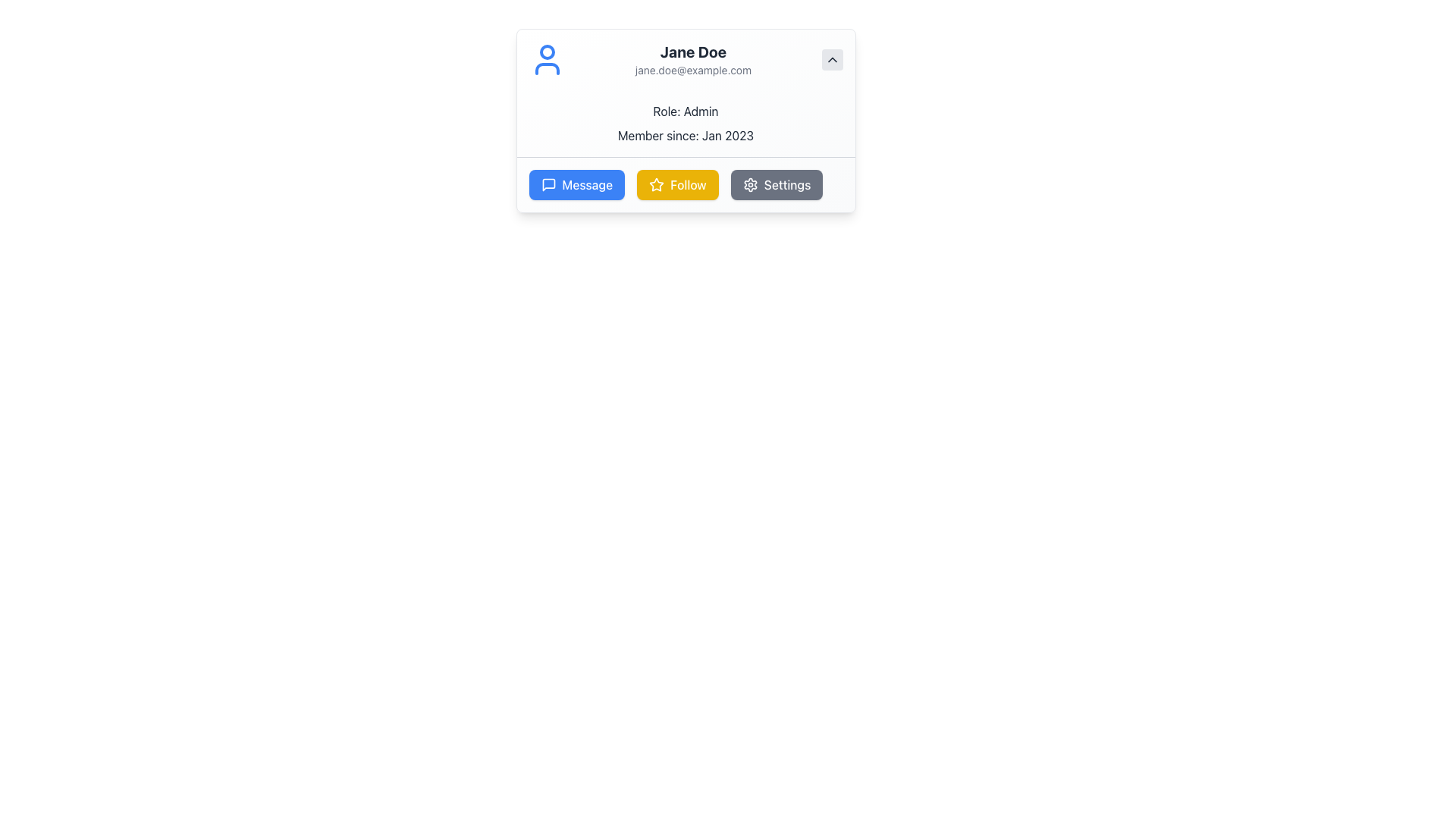 The image size is (1456, 819). Describe the element at coordinates (685, 134) in the screenshot. I see `the text-based label displaying 'Member since: Jan 2023', which is located centrally within a rectangular card under the section titled 'Role: Admin'` at that location.